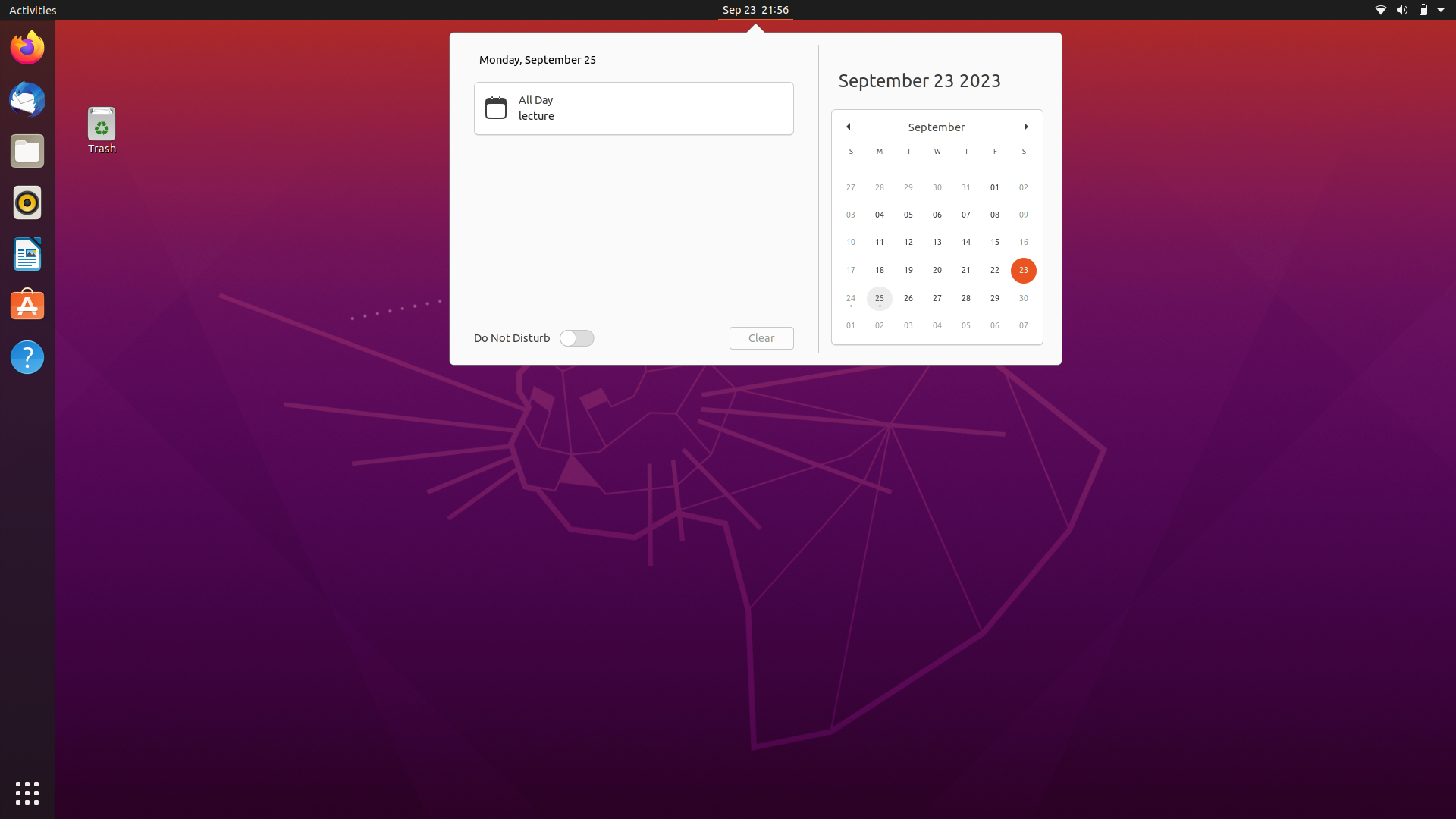  Describe the element at coordinates (1026, 124) in the screenshot. I see `Display events scheduled for the following month` at that location.